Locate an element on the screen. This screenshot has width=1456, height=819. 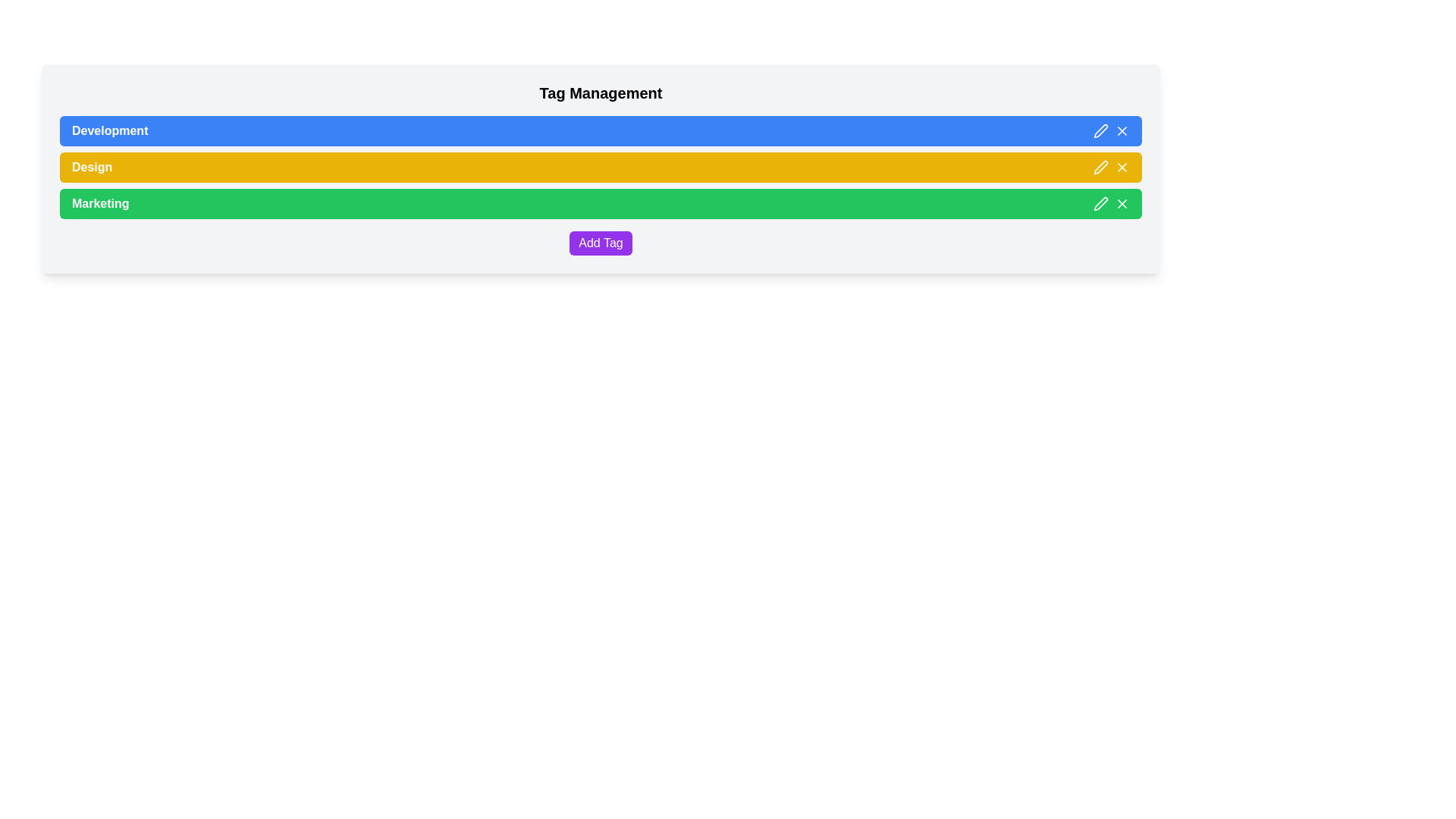
the delete icon located within the green 'Marketing' row at the bottom-right corner is located at coordinates (1122, 203).